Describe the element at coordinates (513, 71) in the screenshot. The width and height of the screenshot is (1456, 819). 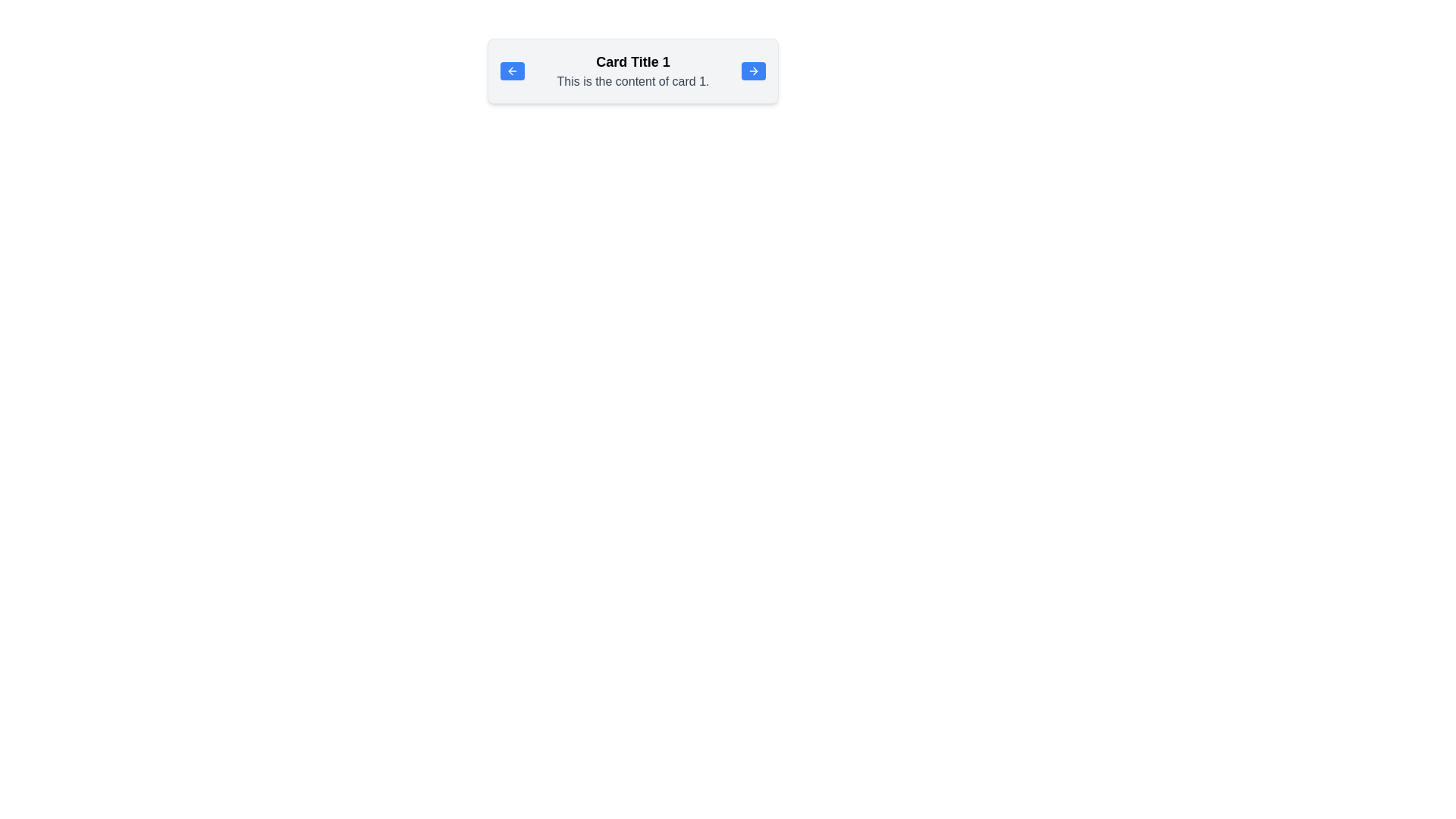
I see `the leftward-pointing arrow icon with a minimalist design on a blue background, located to the left of the blue button within the card component` at that location.